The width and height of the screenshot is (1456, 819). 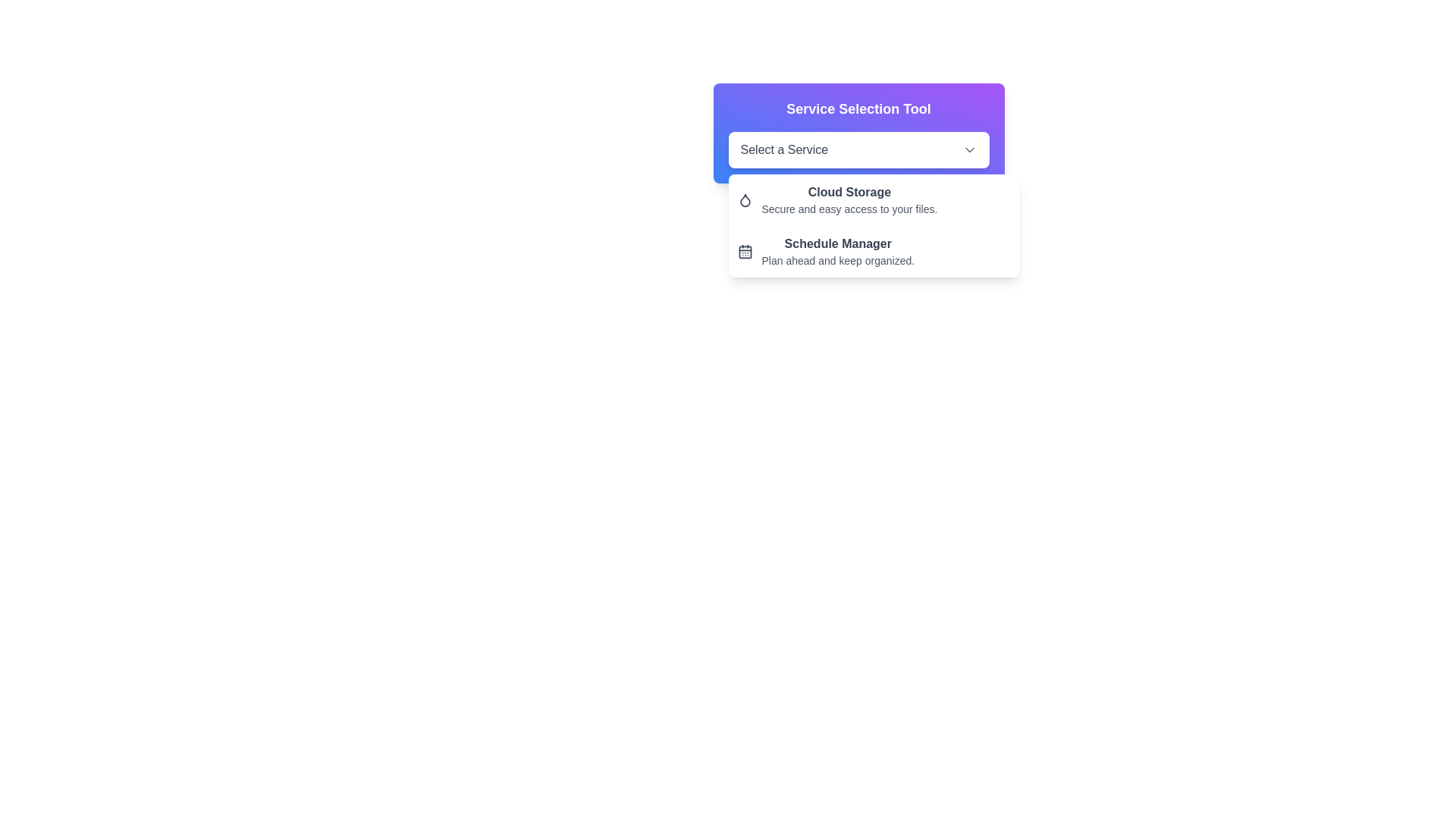 I want to click on the small black and white calendar icon located to the left of the 'Schedule Manager' text in the dropdown menu, so click(x=745, y=250).